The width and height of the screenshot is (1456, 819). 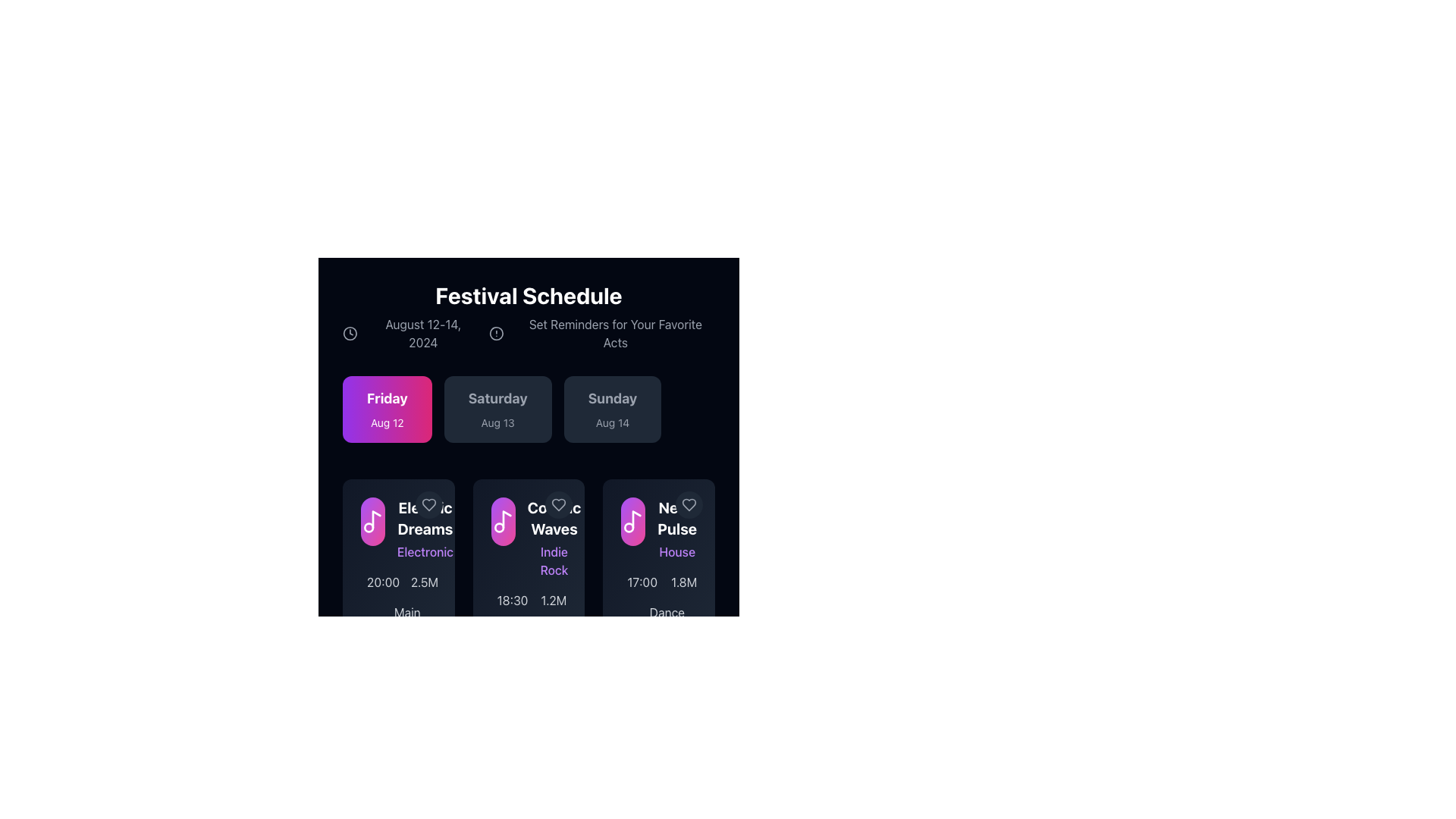 I want to click on the white musical note icon located in the third column of the musical events section under 'Festival Schedule', which aligns with the 'Neon Pulse' event card, so click(x=633, y=520).